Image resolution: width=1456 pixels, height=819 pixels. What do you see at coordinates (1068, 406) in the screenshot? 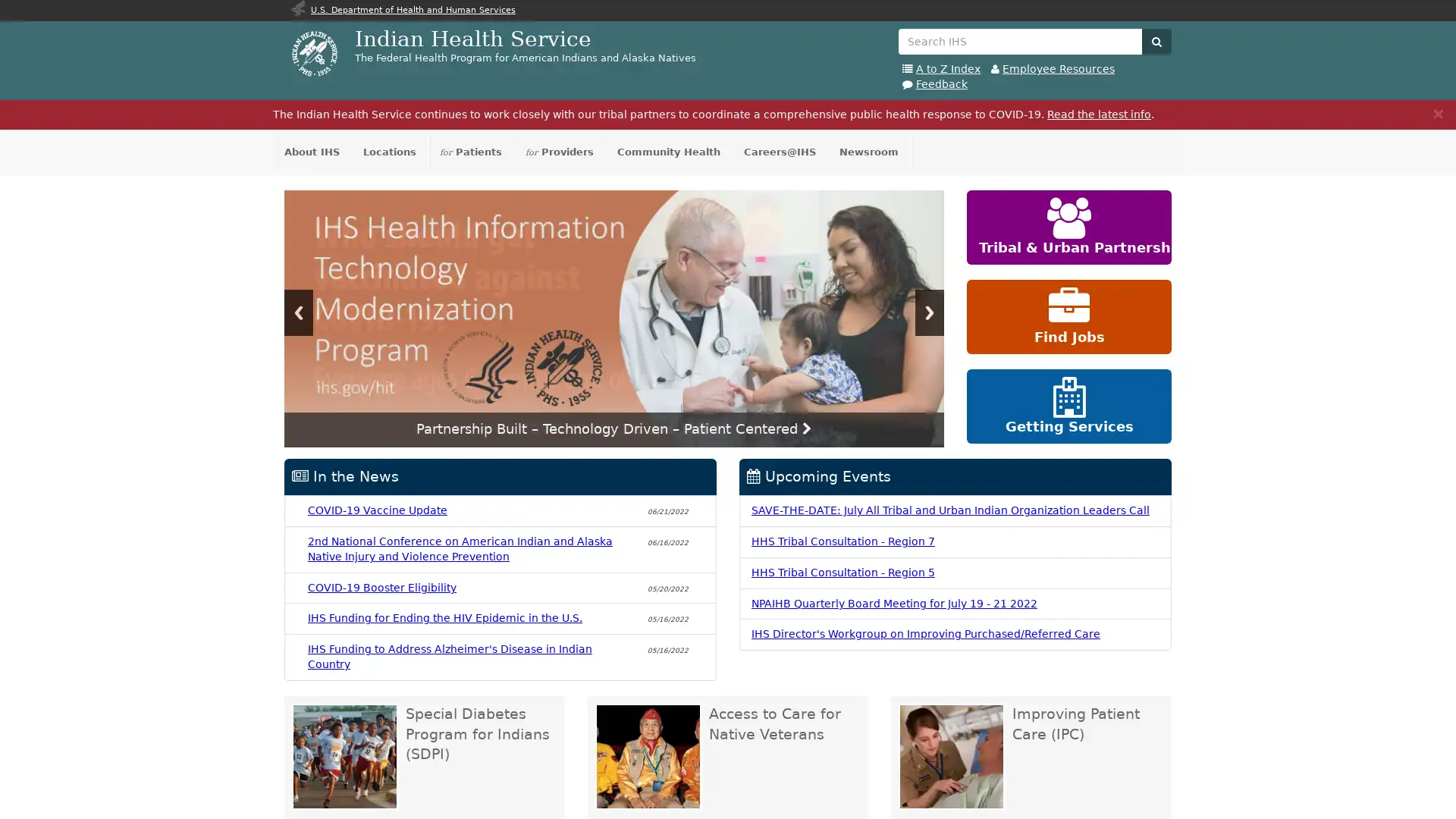
I see `Getting Services` at bounding box center [1068, 406].